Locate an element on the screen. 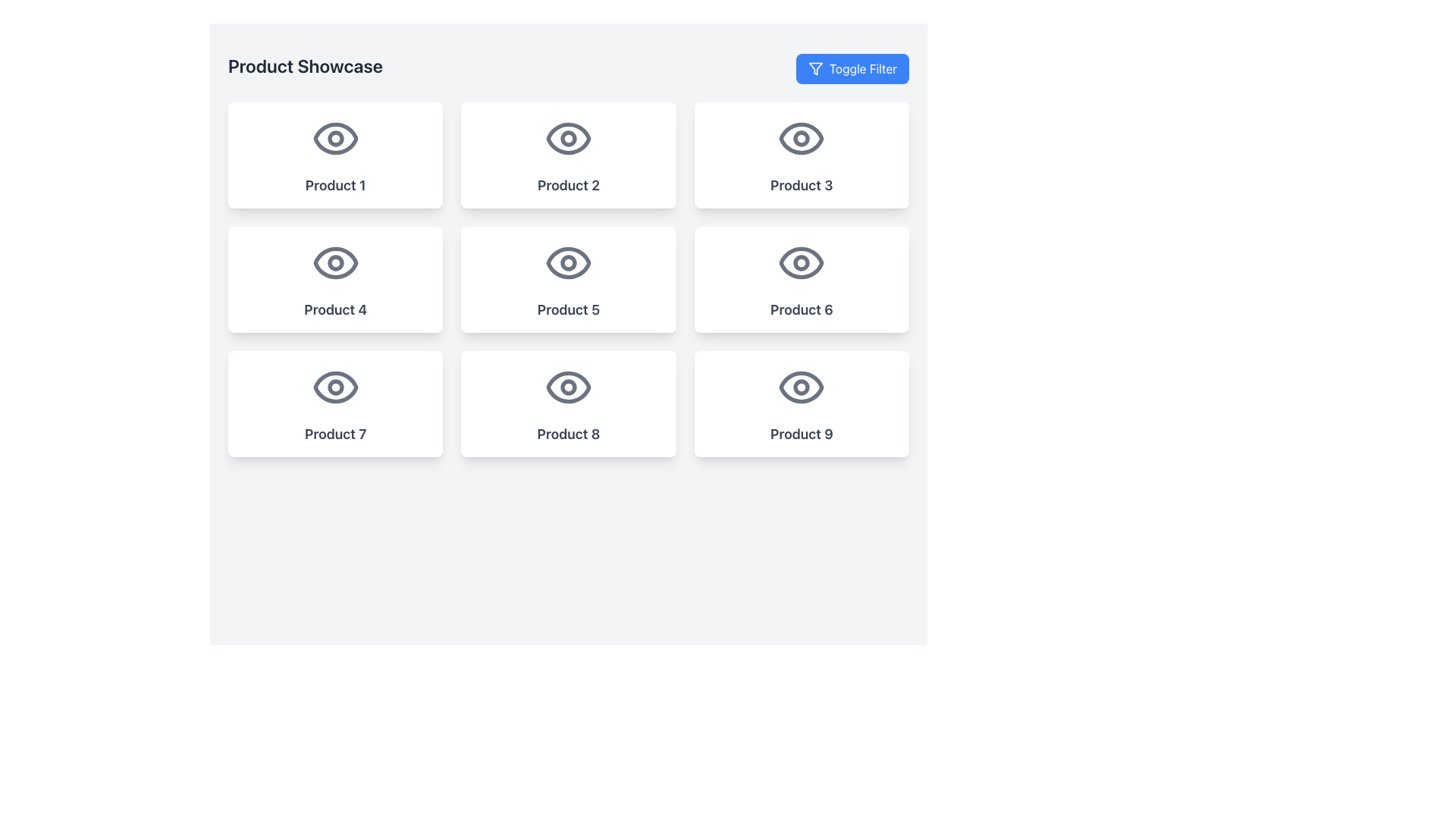 This screenshot has width=1456, height=819. the interactive card labeled 'Product 7' located in the left column of the bottom row is located at coordinates (334, 403).